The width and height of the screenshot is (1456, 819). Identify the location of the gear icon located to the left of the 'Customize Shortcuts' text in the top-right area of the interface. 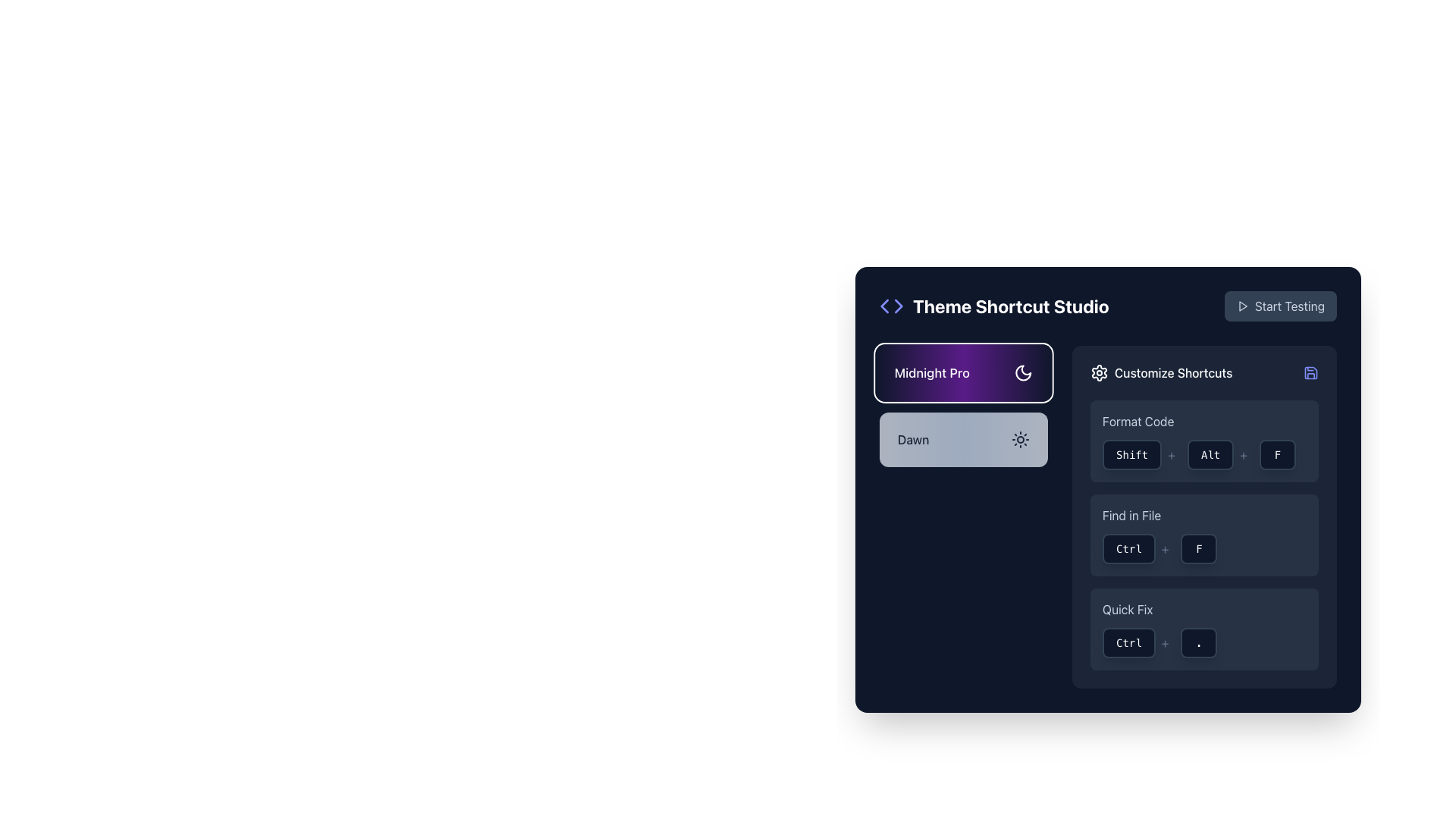
(1099, 373).